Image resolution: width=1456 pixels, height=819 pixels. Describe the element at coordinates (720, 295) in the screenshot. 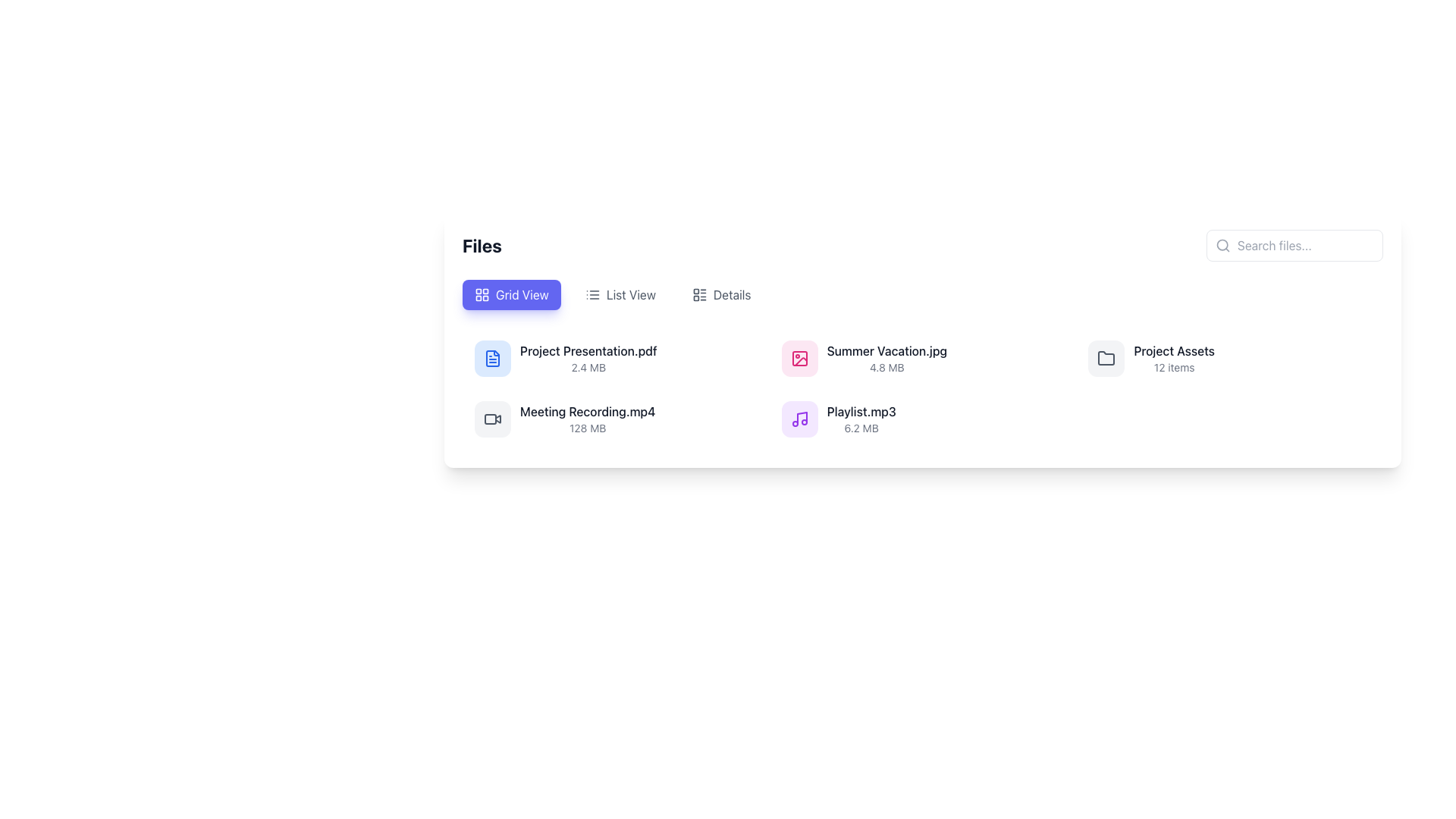

I see `the 'Details' view mode button located to the right of the 'Grid View' and 'List View' buttons at the top of the file management interface for keyboard navigation` at that location.